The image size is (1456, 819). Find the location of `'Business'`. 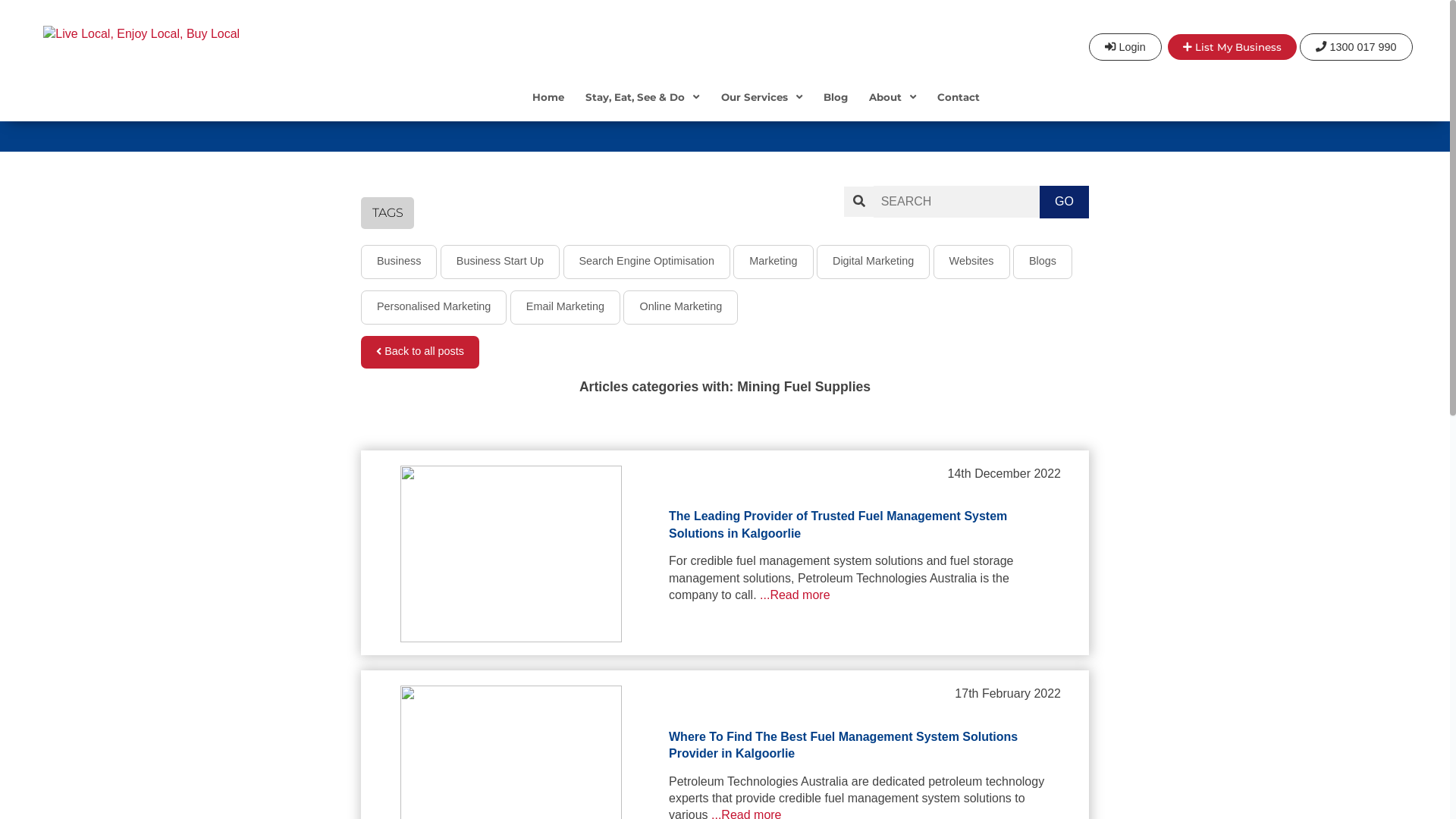

'Business' is located at coordinates (399, 261).